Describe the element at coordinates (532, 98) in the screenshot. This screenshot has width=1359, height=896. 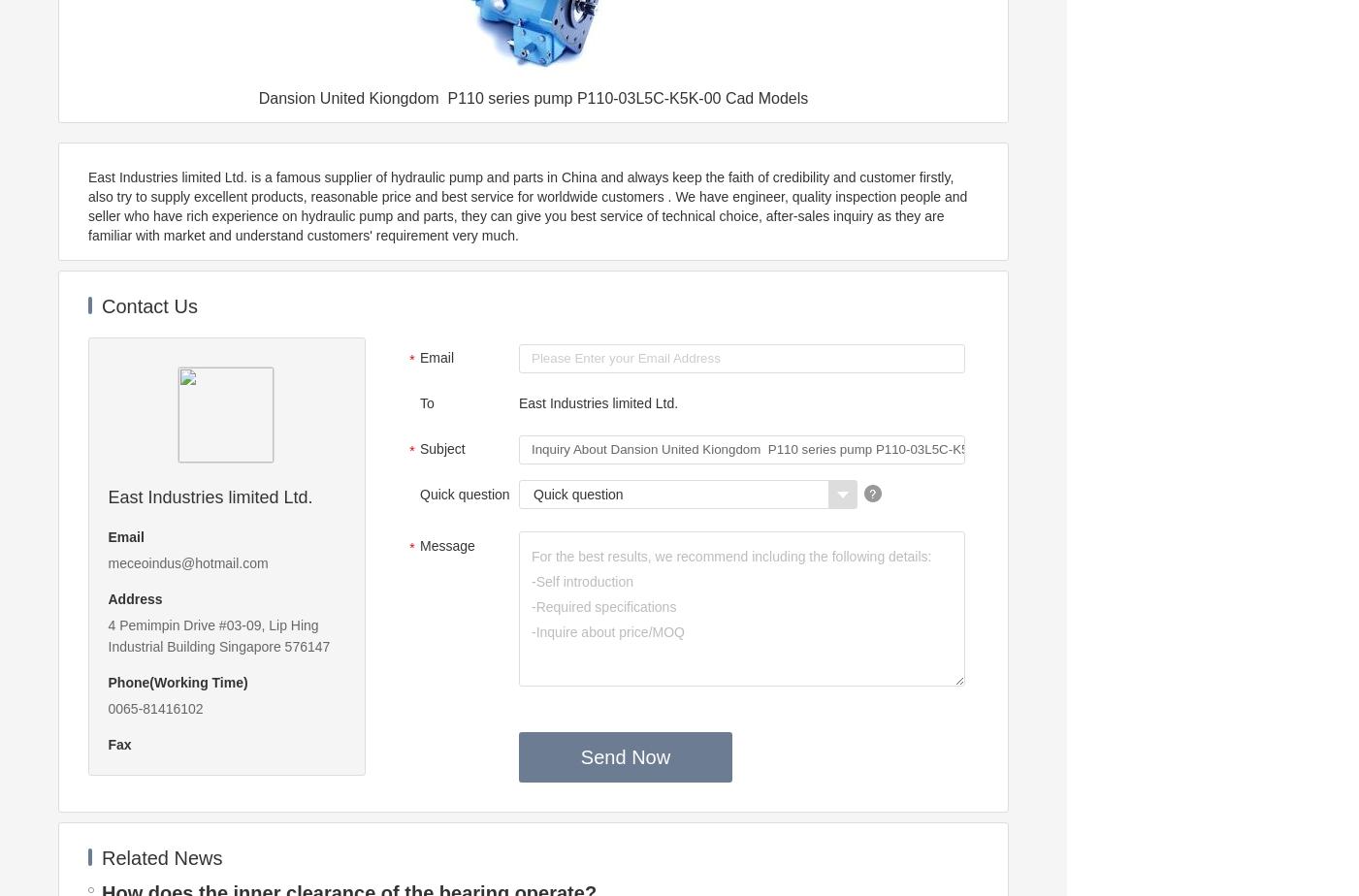
I see `'Dansion United Kiongdom  P110 series pump P110-03L5C-K5K-00 Cad Models'` at that location.